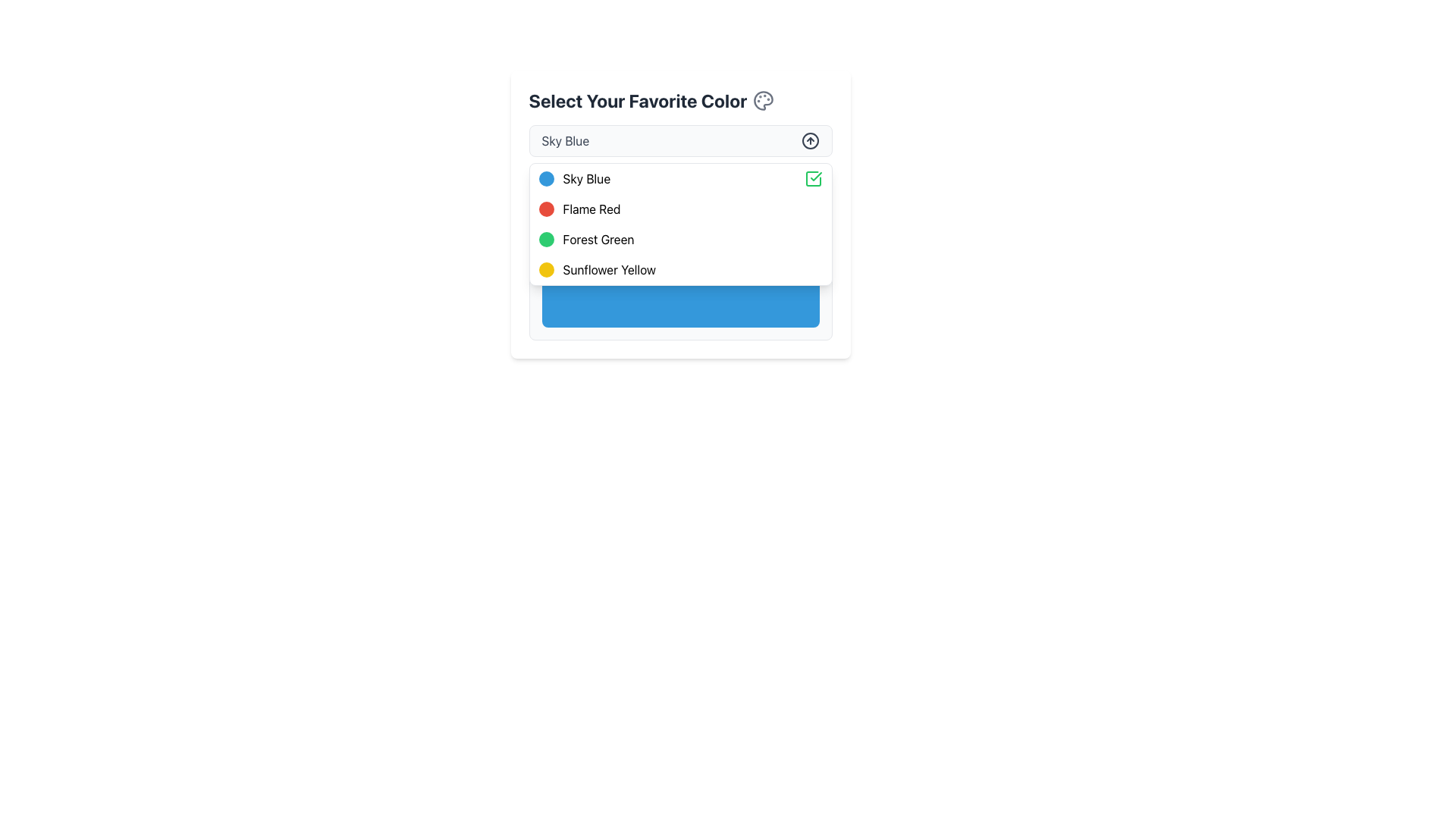 The image size is (1456, 819). Describe the element at coordinates (764, 100) in the screenshot. I see `the painter's palette icon located at the top right side of the heading text 'Select Your Favorite Color'` at that location.